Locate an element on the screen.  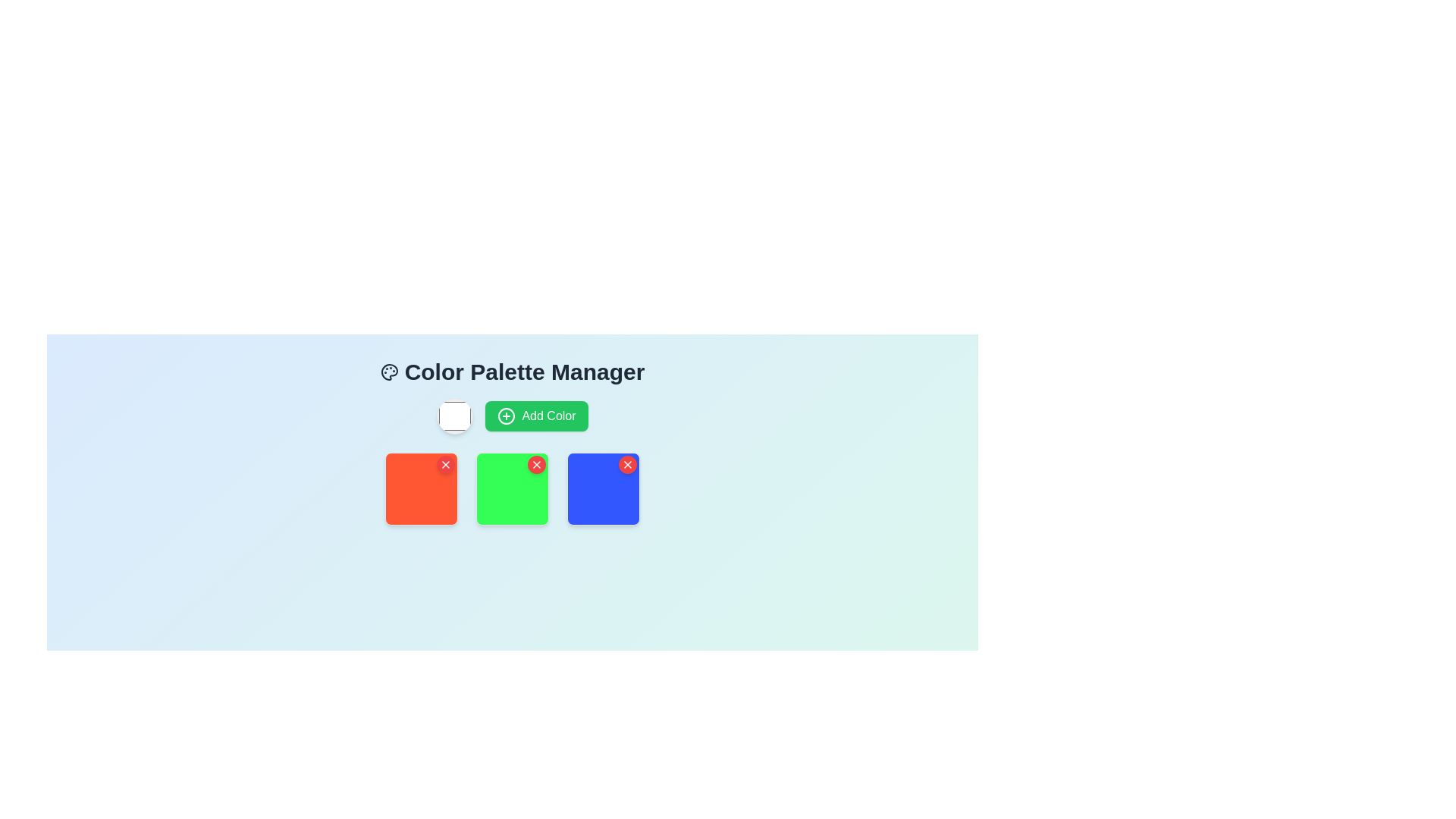
the small red circular button with a white 'X' symbol inside, located at the top-right corner of the central green square card is located at coordinates (537, 464).